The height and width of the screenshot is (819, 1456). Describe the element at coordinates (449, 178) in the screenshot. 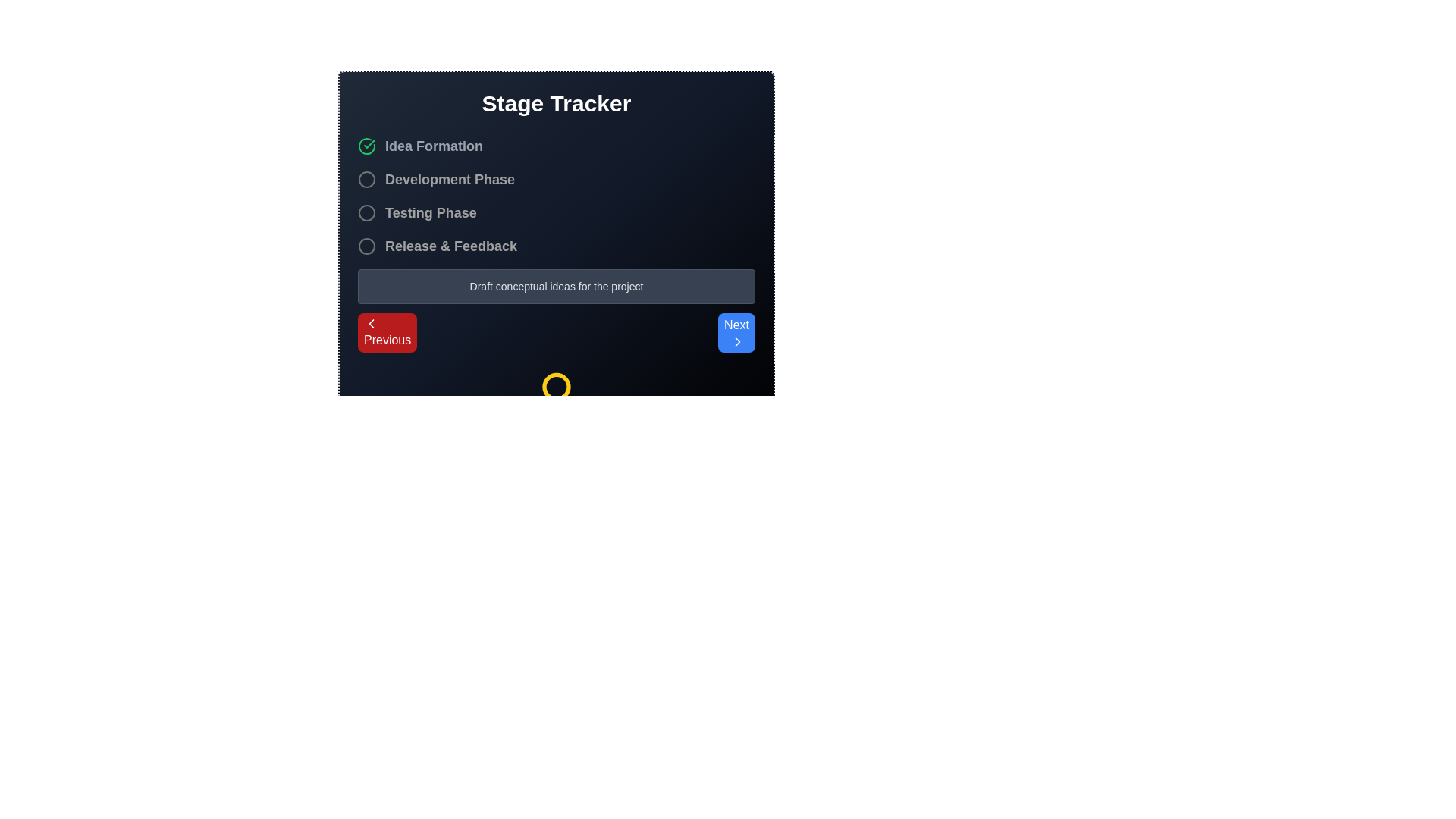

I see `the adjacent elements to select the 'Phase 2' text label, which is centrally aligned in the vertical list and positioned between 'Idea Formation' and 'Testing Phase'` at that location.